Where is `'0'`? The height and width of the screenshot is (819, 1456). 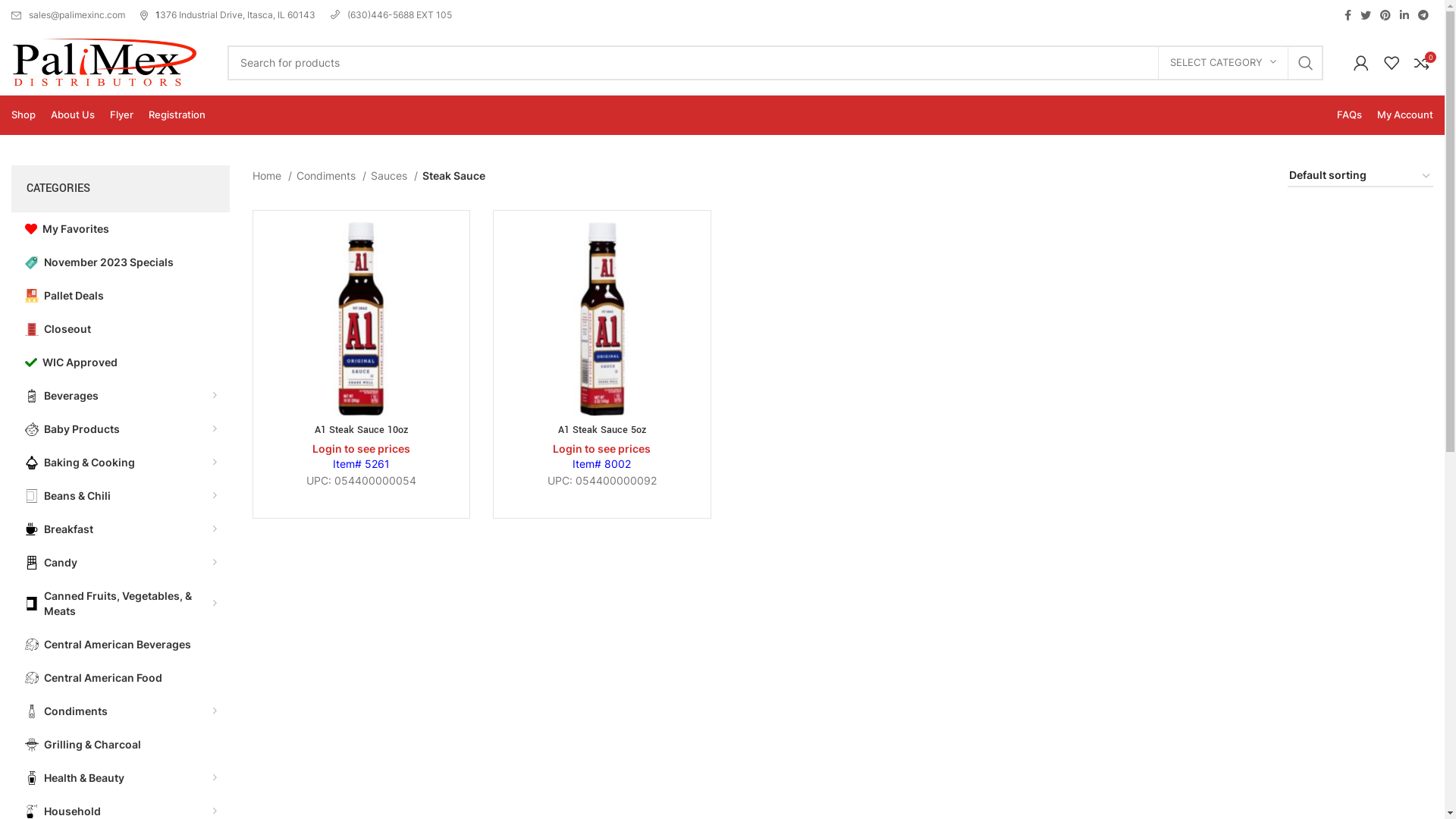 '0' is located at coordinates (1421, 61).